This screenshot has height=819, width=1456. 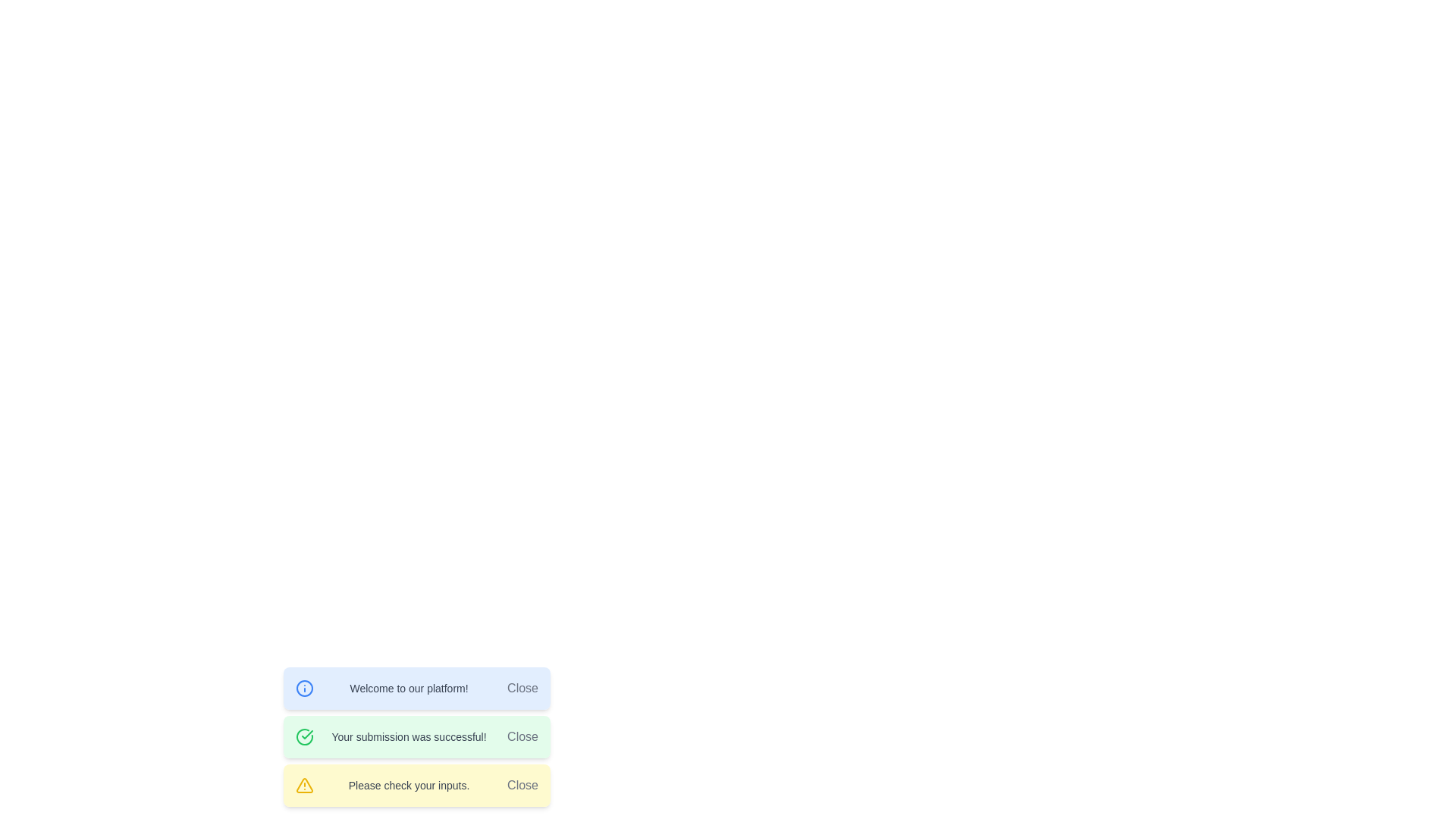 I want to click on the 'Close' button on the yellow notification box that contains the message 'Please check your inputs.', so click(x=417, y=785).